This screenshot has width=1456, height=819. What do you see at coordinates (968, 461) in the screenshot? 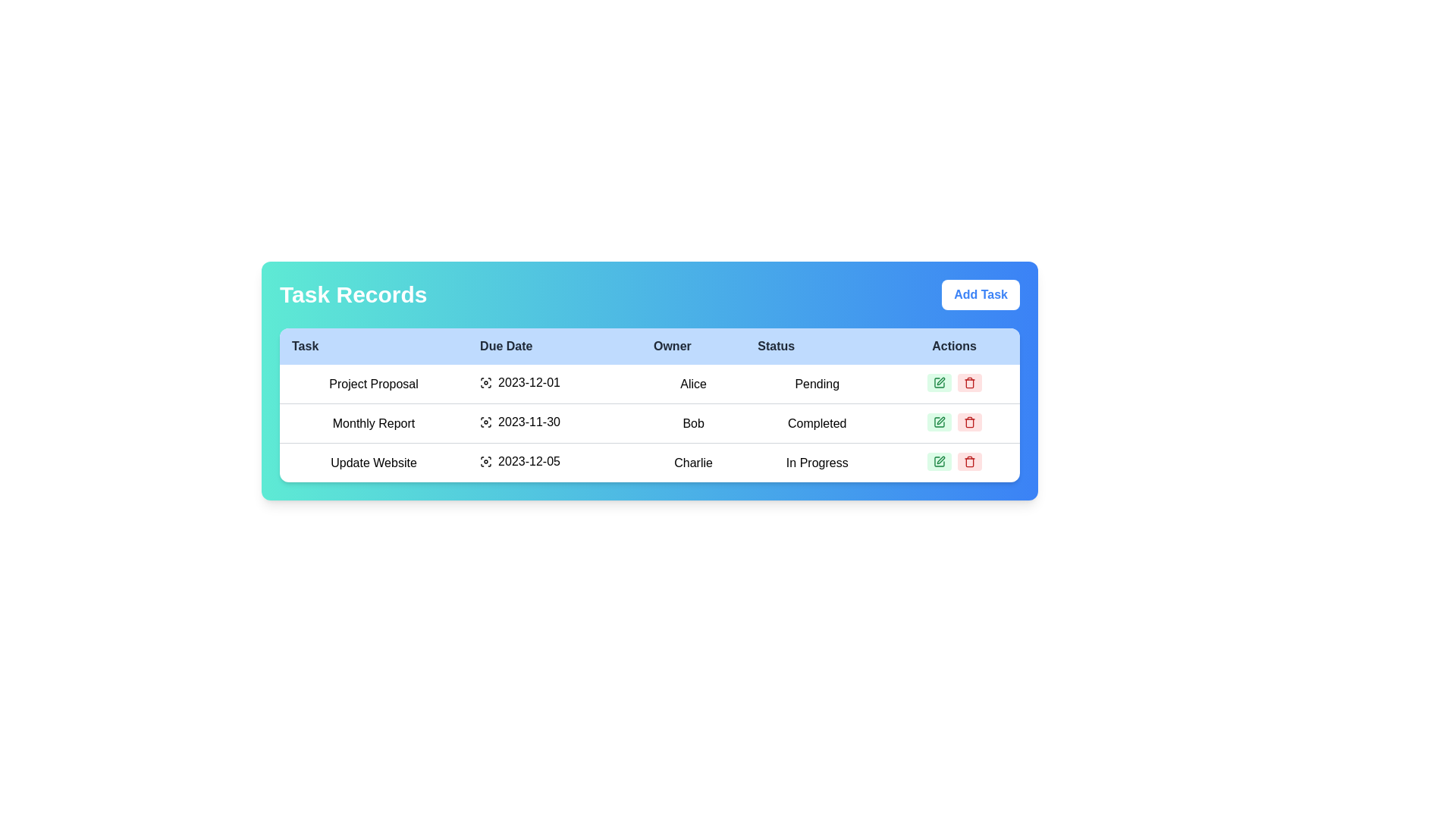
I see `the delete button in the 'Actions' column of the third row in the 'Task Records' table` at bounding box center [968, 461].